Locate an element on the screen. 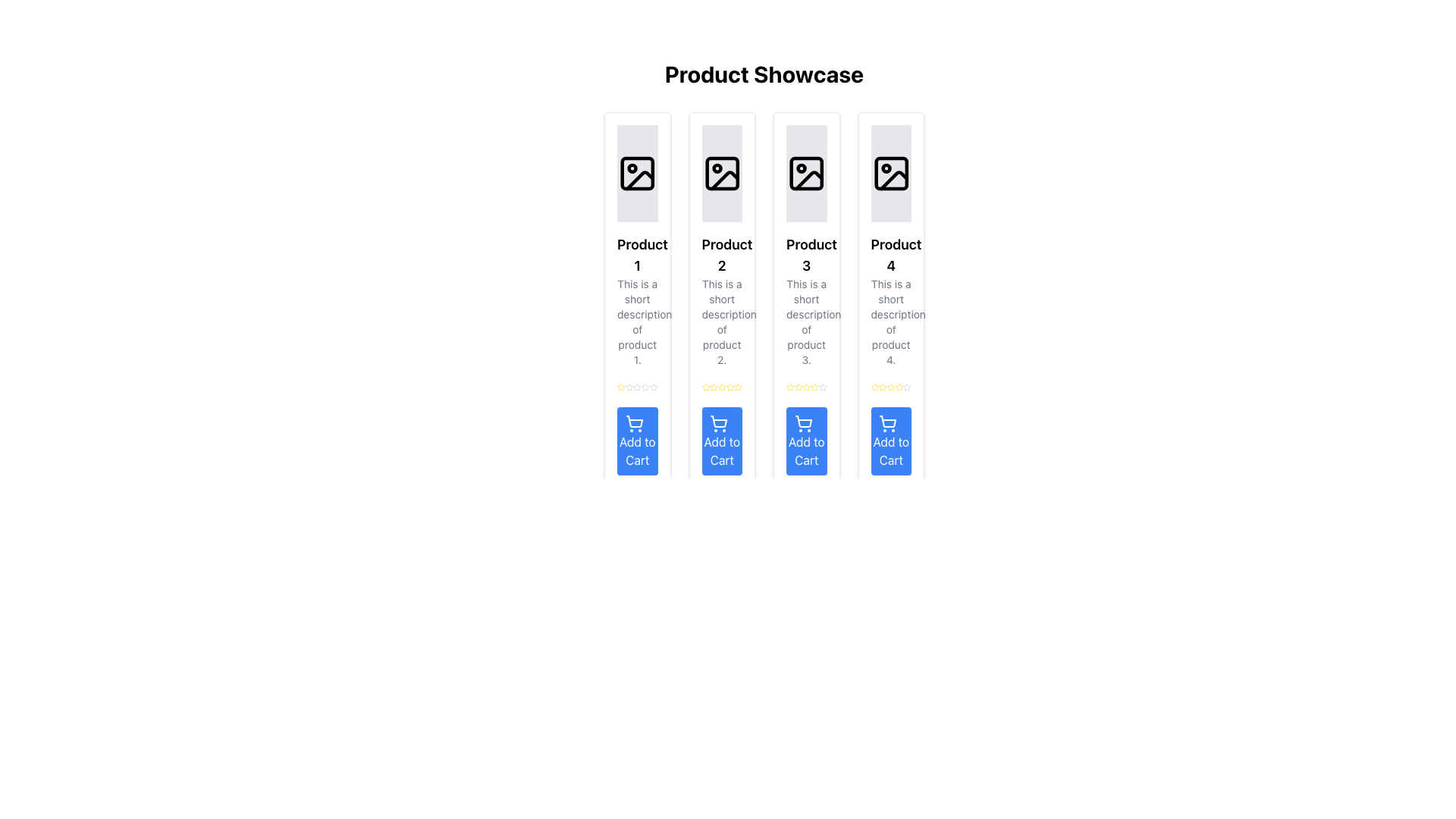 The height and width of the screenshot is (819, 1456). the third product card in the grid to enable potential interactions with the product's details and add to cart button is located at coordinates (805, 300).